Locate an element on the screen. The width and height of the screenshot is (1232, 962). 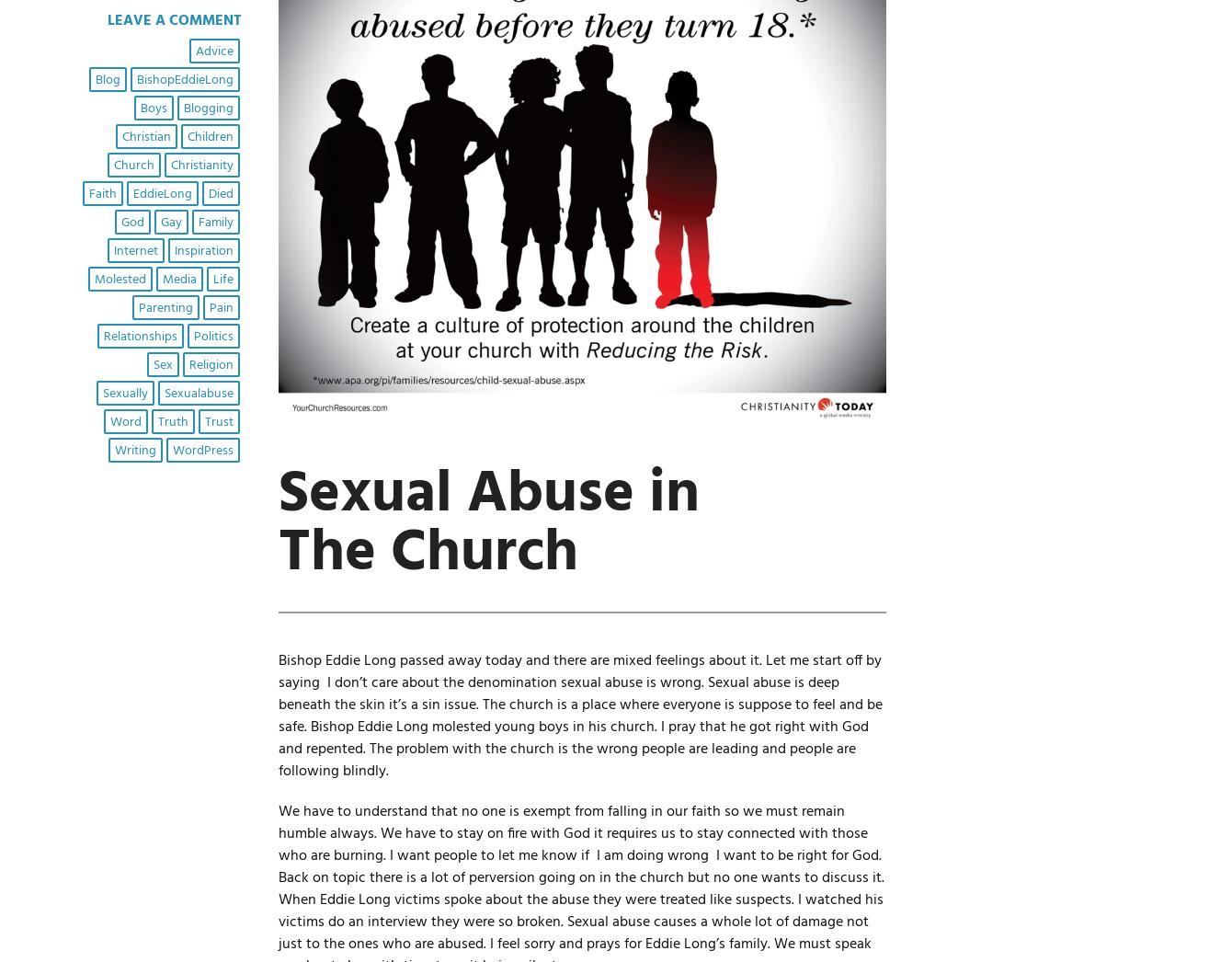
'Internet' is located at coordinates (134, 250).